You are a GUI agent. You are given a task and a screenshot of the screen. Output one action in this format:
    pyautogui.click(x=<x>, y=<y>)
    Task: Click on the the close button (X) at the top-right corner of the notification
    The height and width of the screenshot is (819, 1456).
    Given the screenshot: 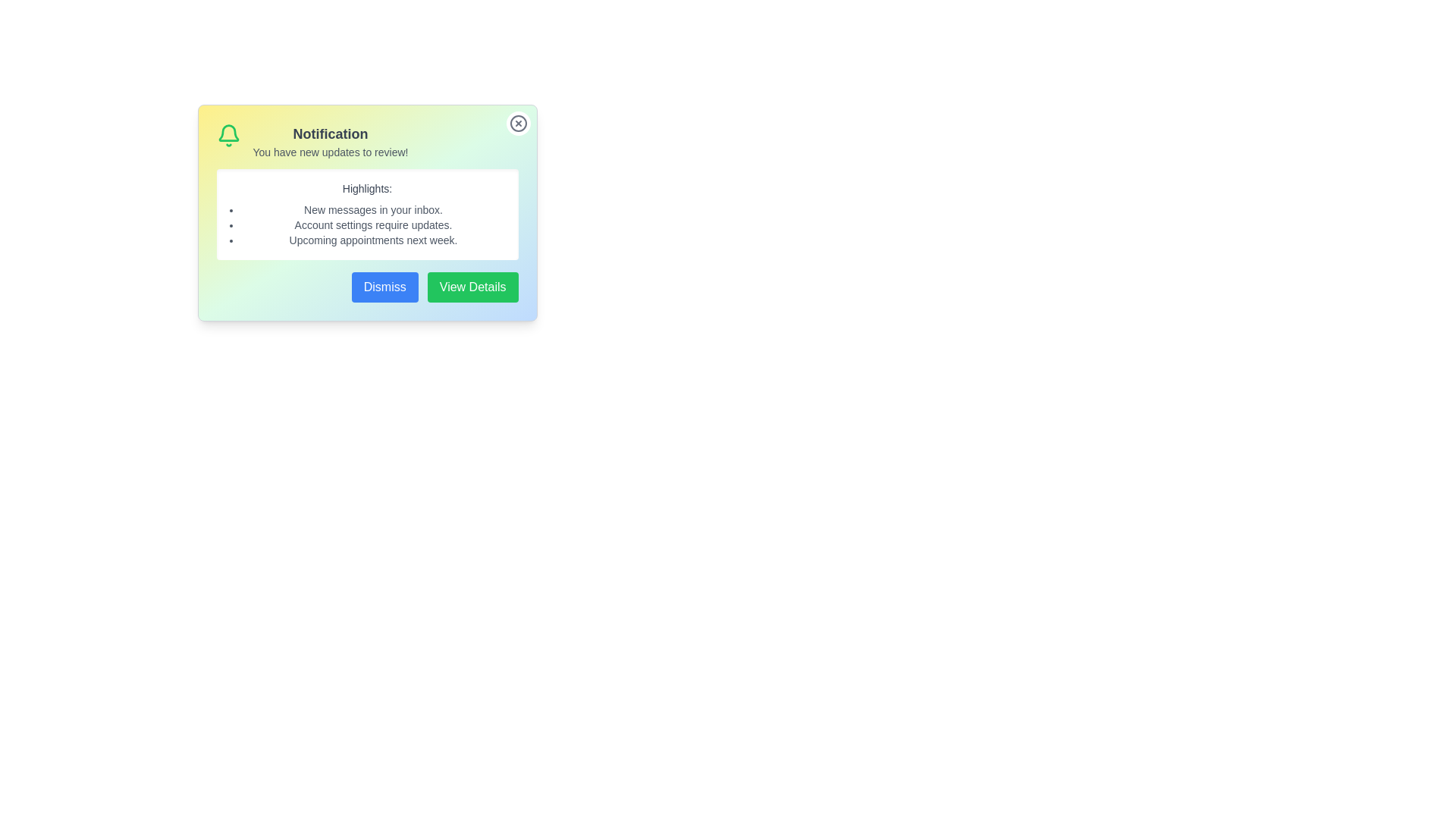 What is the action you would take?
    pyautogui.click(x=518, y=122)
    